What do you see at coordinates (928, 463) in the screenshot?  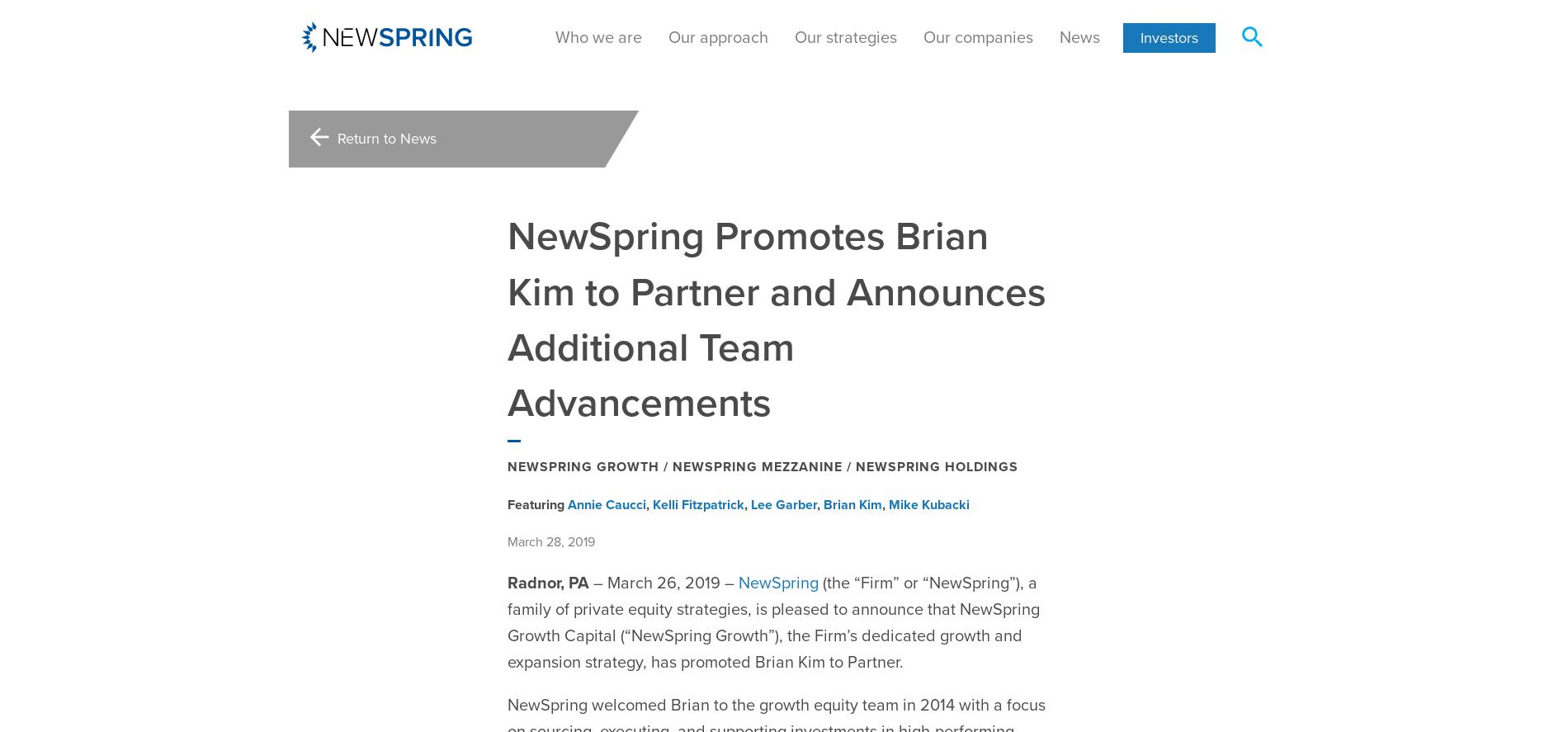 I see `'Mike Kubacki'` at bounding box center [928, 463].